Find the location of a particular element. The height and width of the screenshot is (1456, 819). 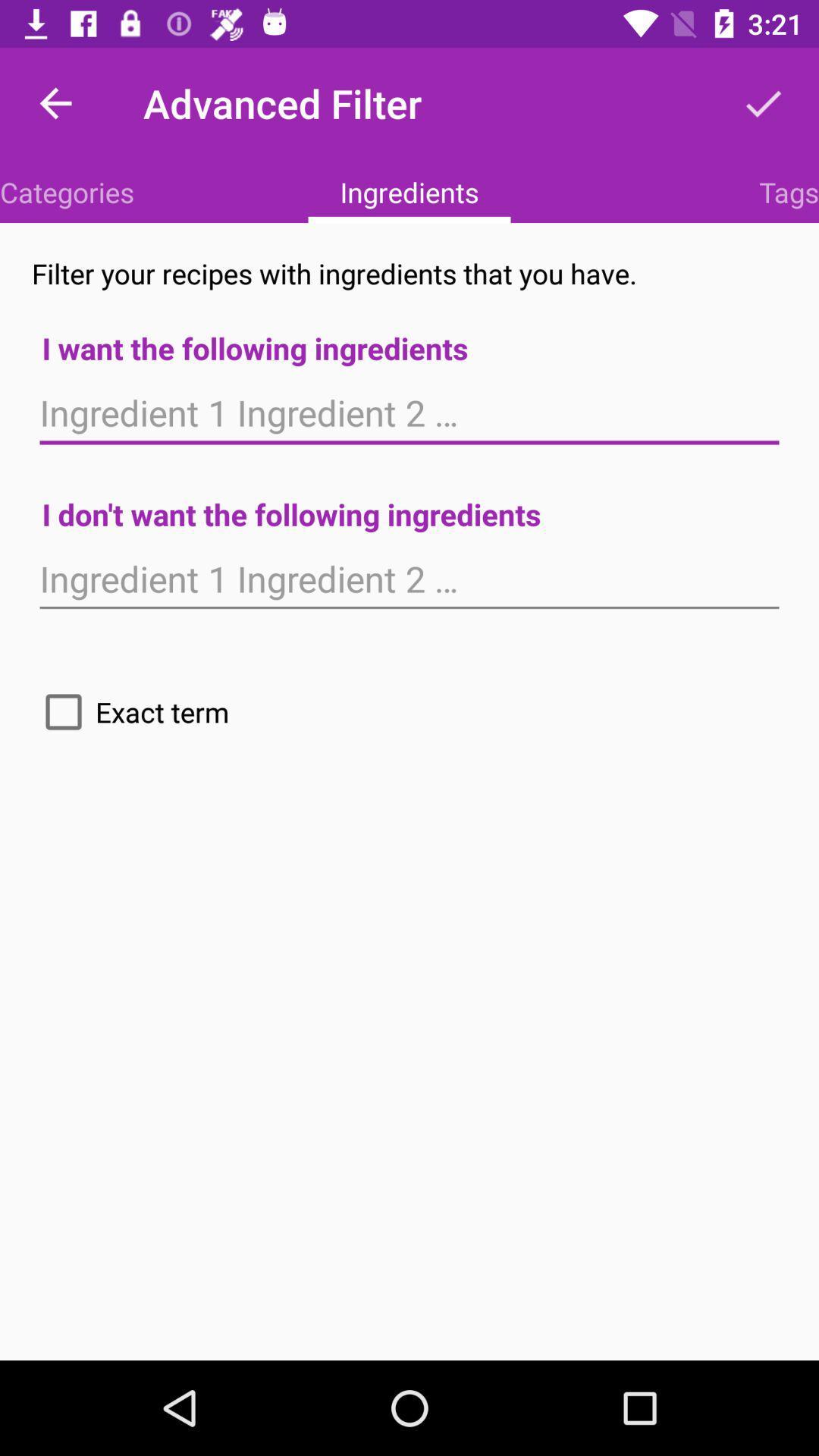

icon next to the advanced filter icon is located at coordinates (55, 102).